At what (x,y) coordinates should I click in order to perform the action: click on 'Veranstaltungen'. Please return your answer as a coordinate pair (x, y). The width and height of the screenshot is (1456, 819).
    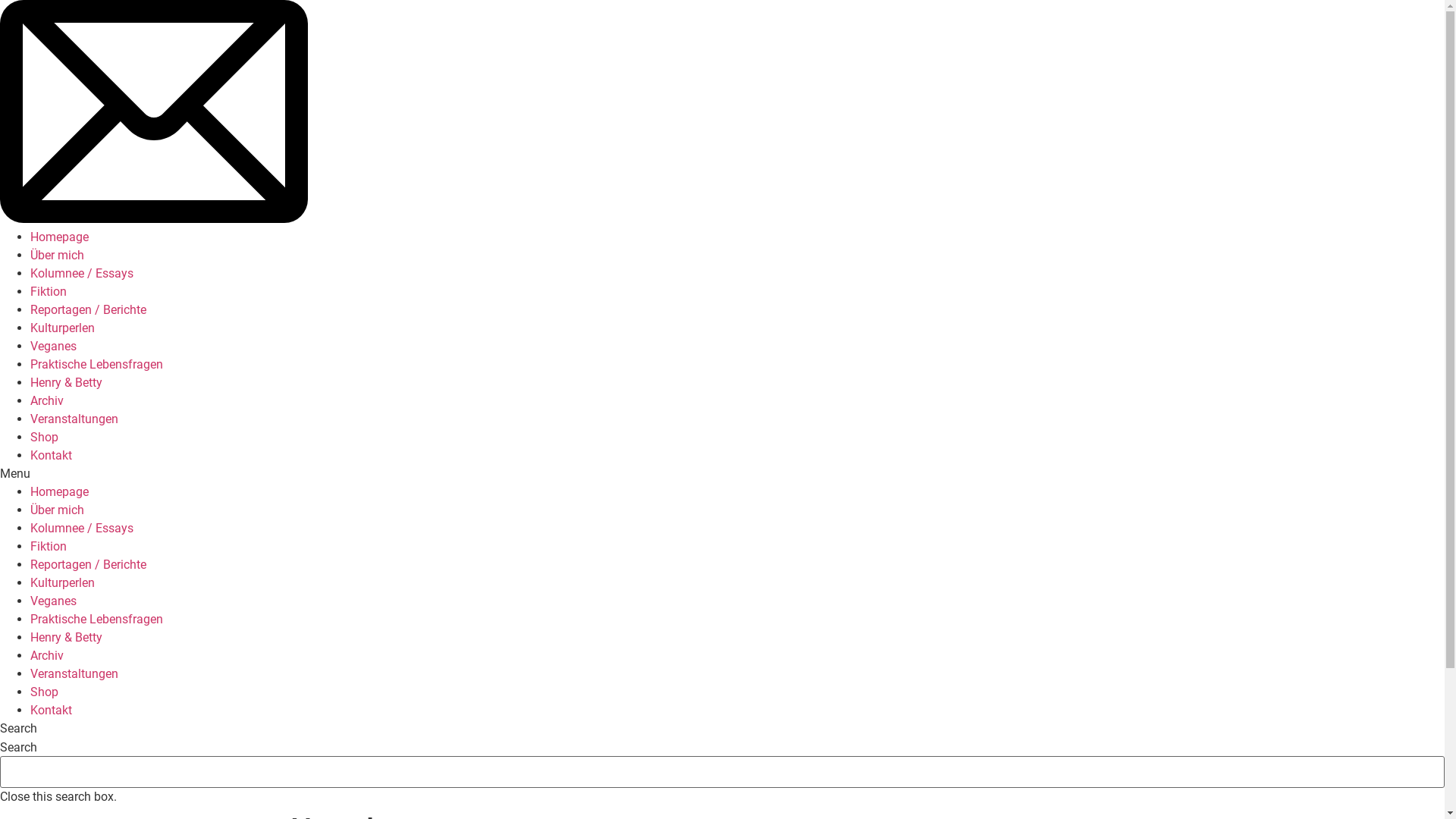
    Looking at the image, I should click on (73, 419).